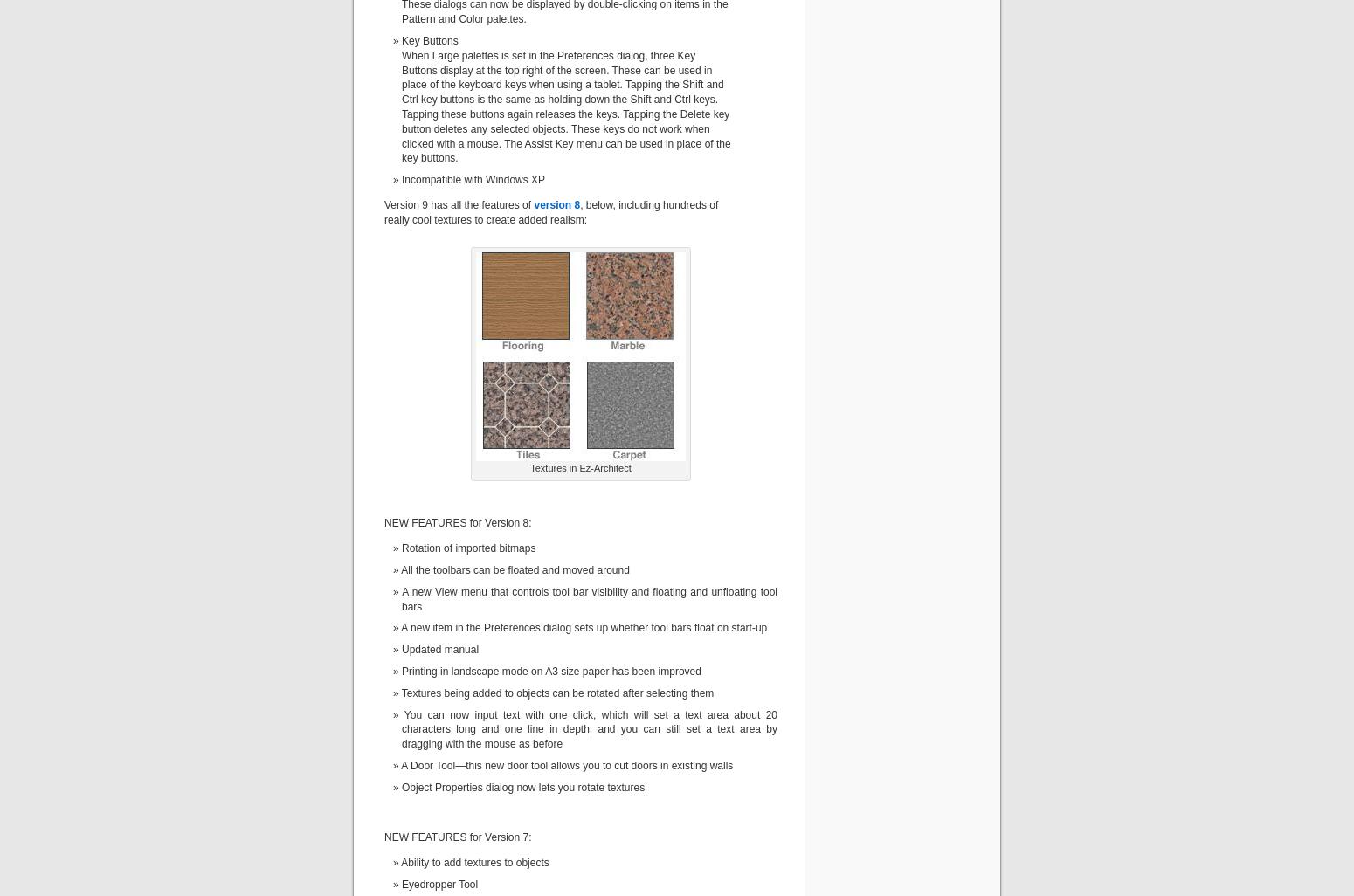 This screenshot has height=896, width=1354. What do you see at coordinates (457, 837) in the screenshot?
I see `'NEW FEATURES for Version 7:'` at bounding box center [457, 837].